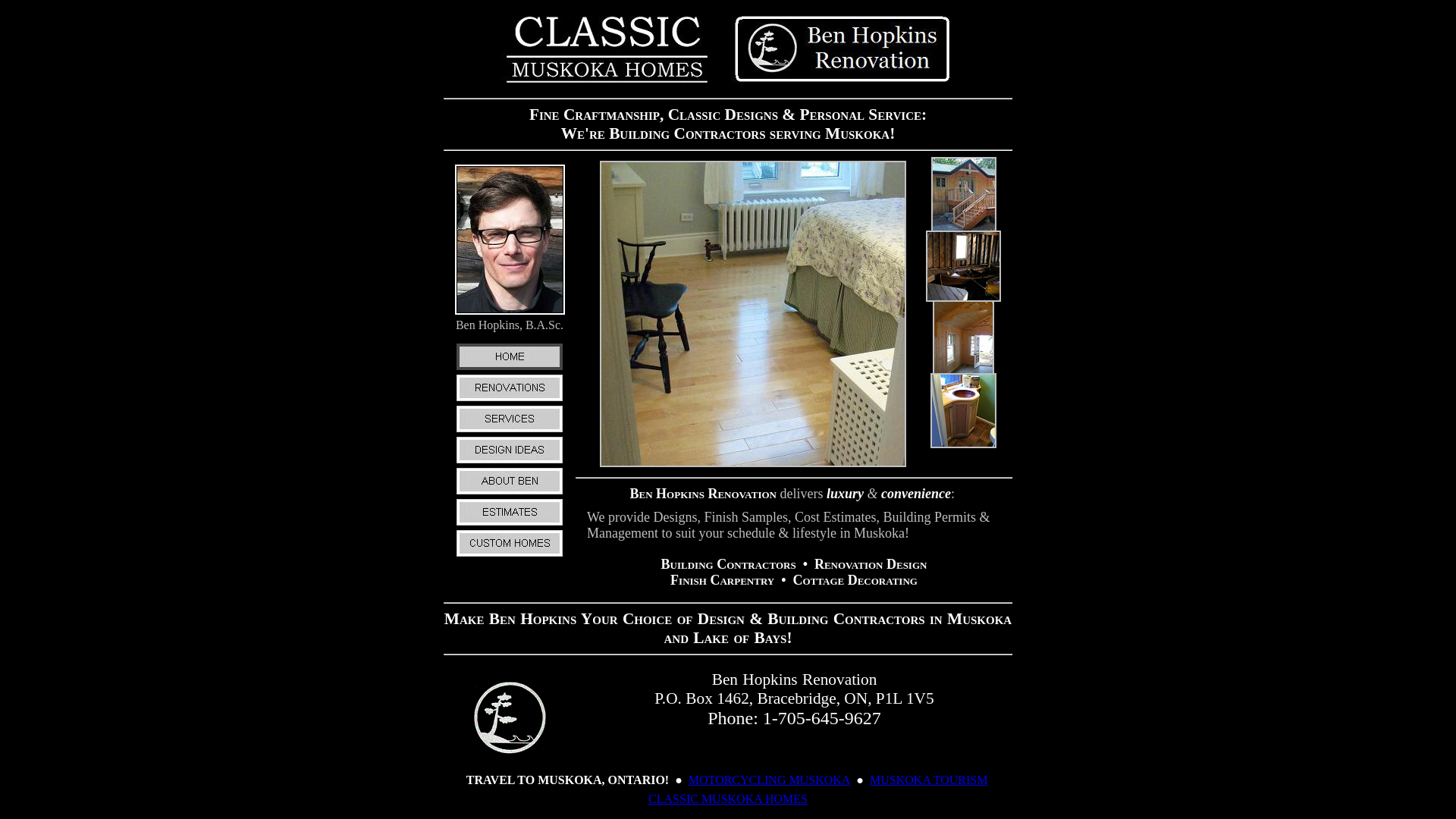  Describe the element at coordinates (927, 780) in the screenshot. I see `'MUSKOKA TOURISM'` at that location.